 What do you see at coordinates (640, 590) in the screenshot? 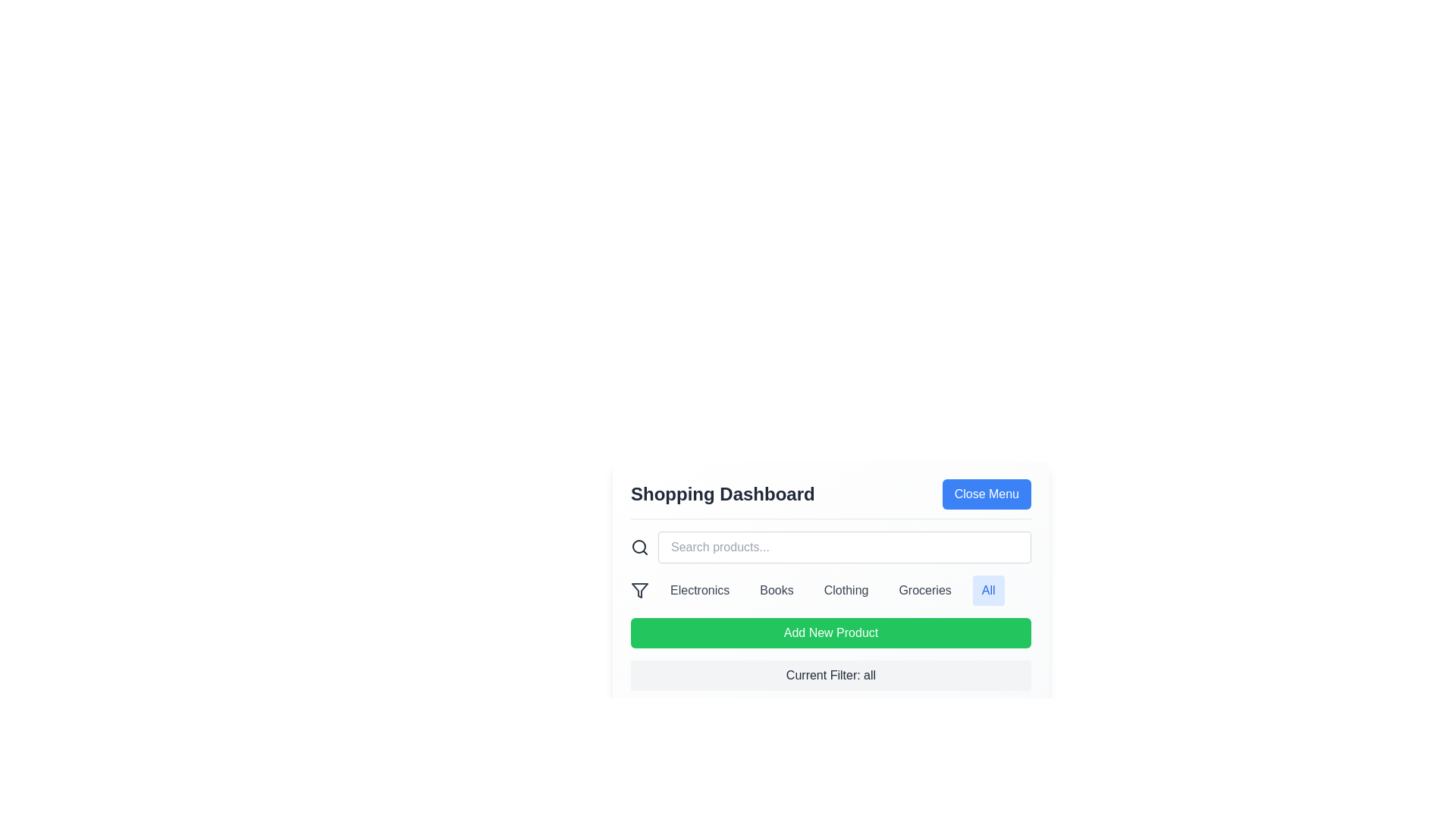
I see `the filter icon located below the search bar and to the left of the category selection buttons` at bounding box center [640, 590].